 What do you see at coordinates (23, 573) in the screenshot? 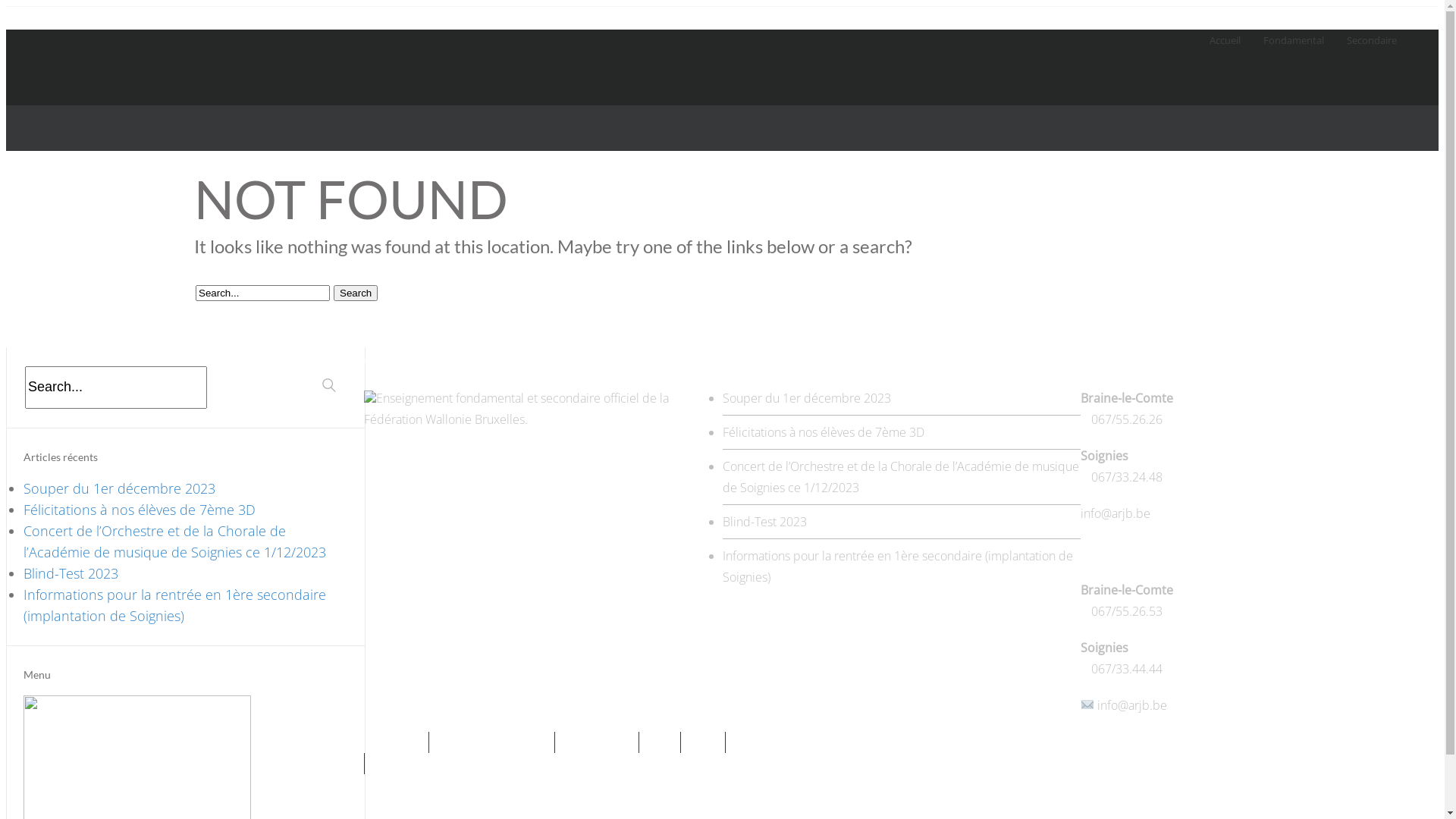
I see `'Blind-Test 2023'` at bounding box center [23, 573].